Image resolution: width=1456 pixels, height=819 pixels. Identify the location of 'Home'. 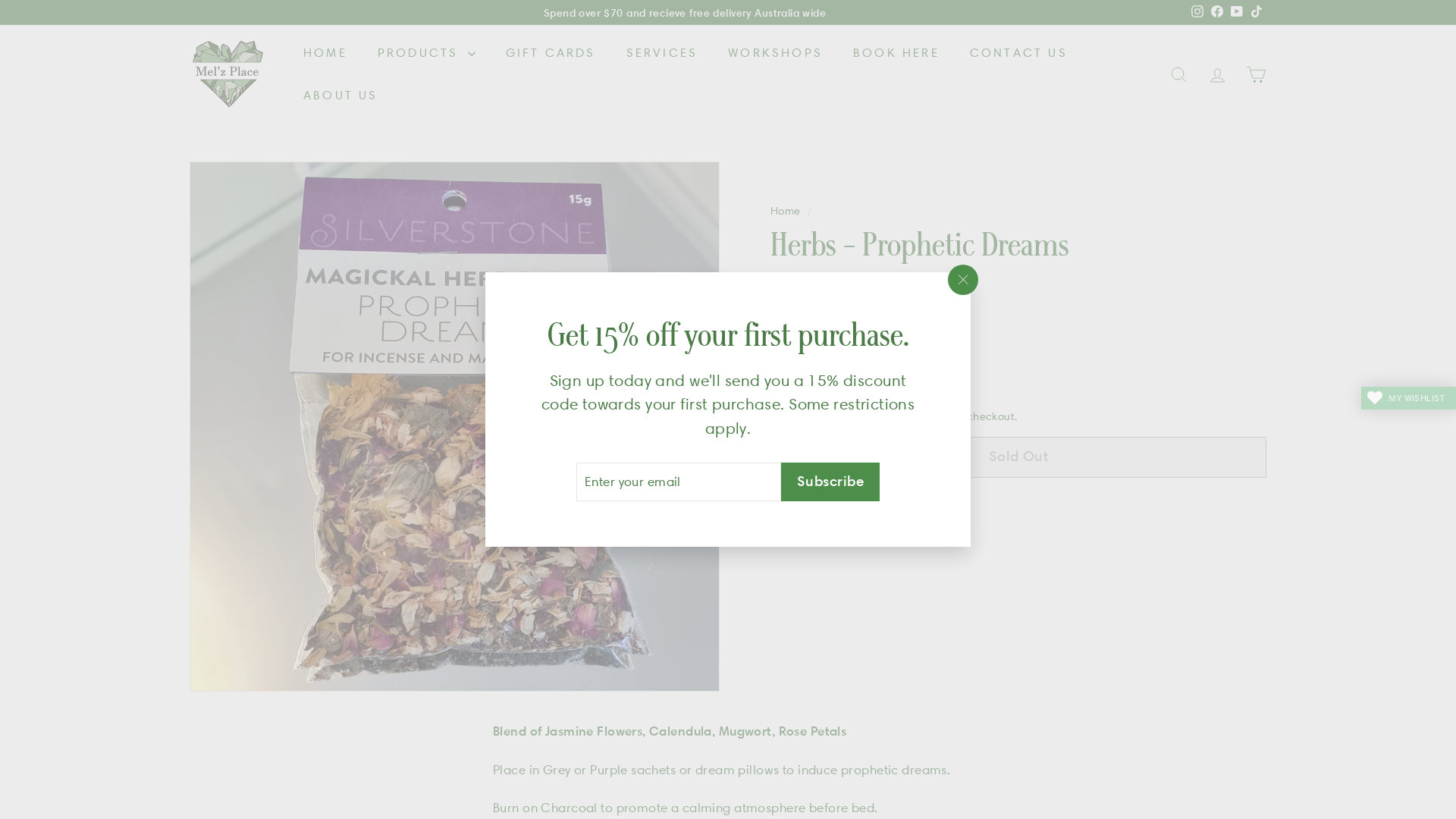
(786, 210).